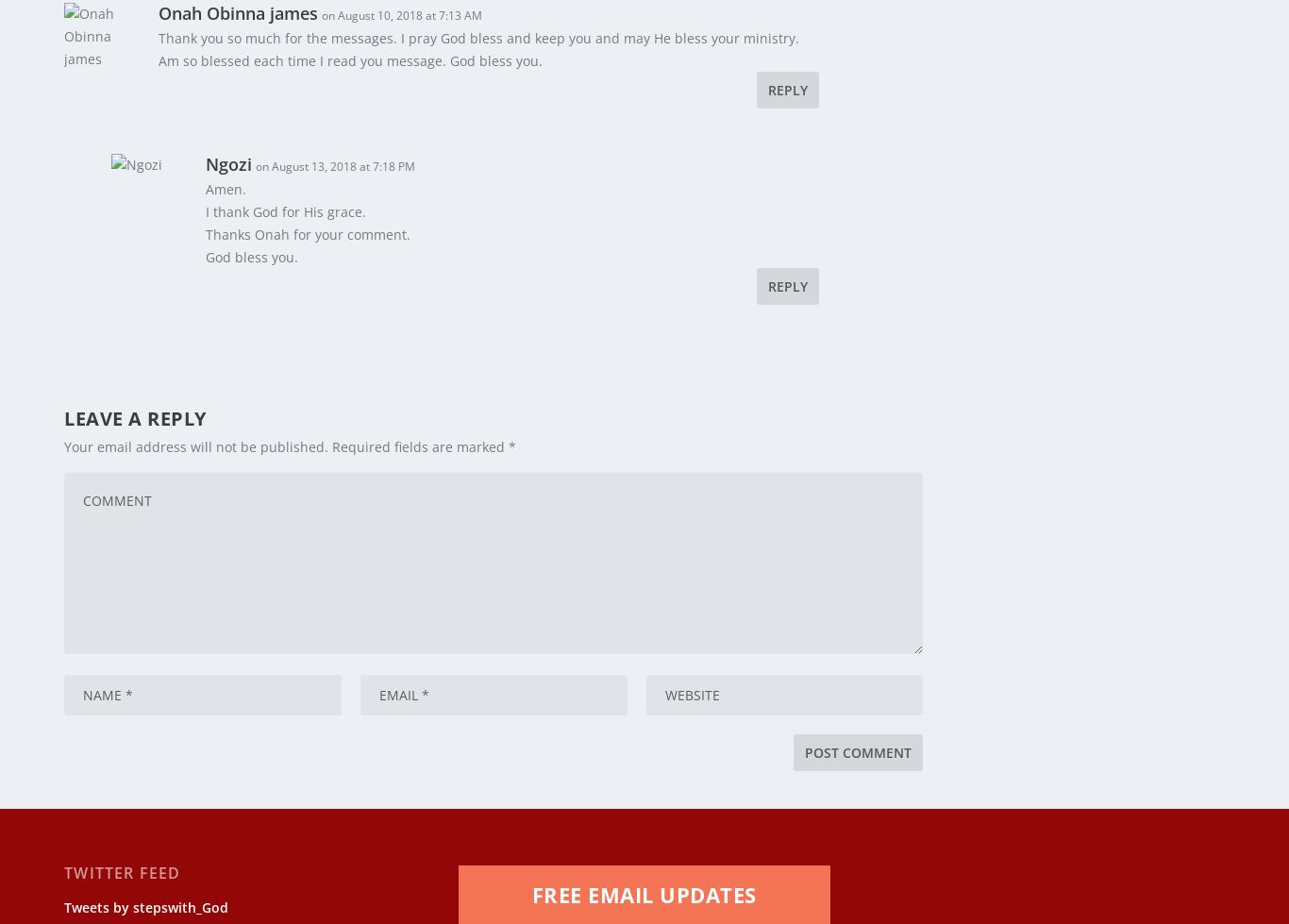 This screenshot has height=924, width=1289. I want to click on 'Tweets by stepswith_God', so click(145, 894).